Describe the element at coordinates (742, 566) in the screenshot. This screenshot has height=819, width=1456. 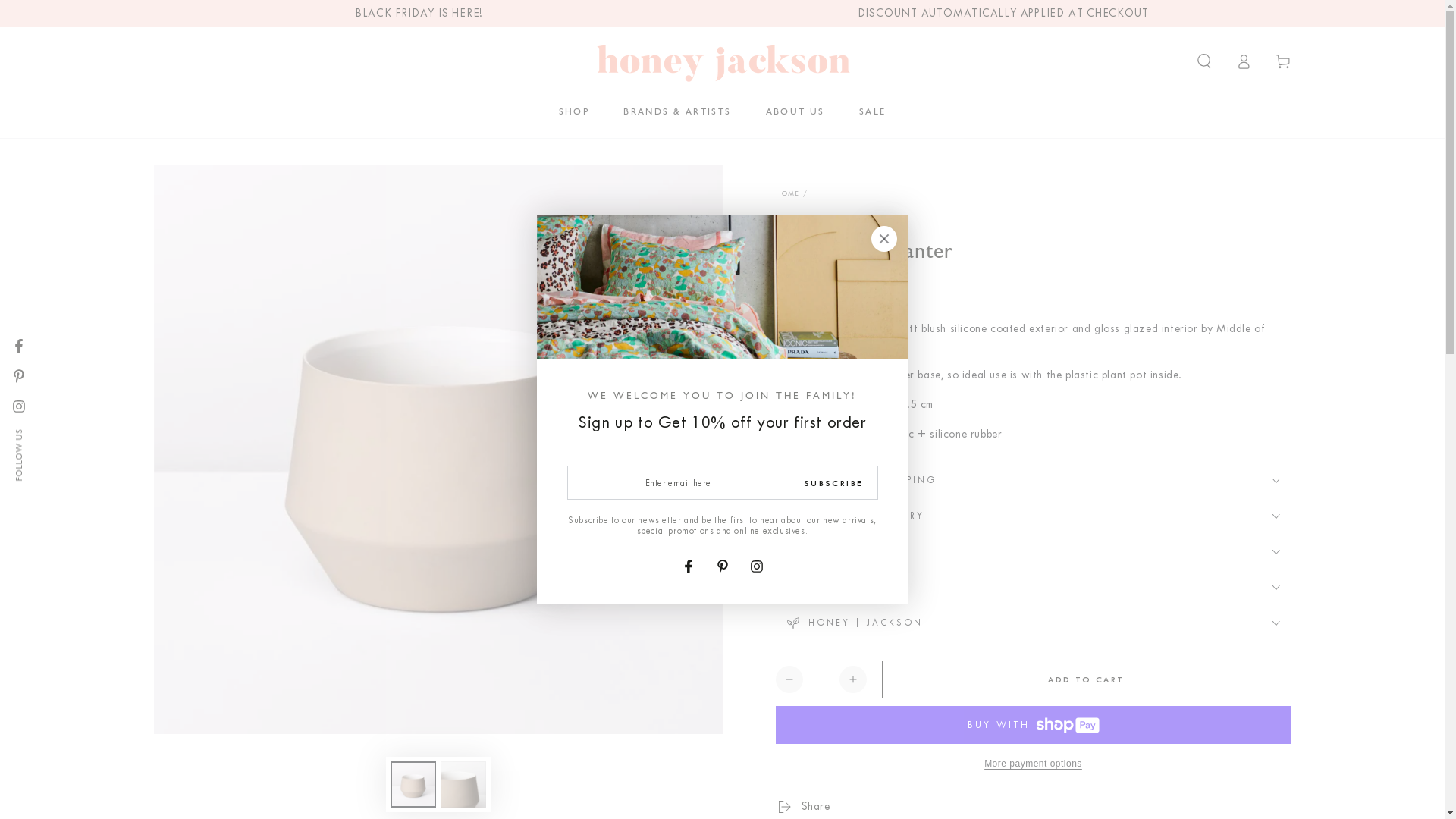
I see `'Instagram'` at that location.